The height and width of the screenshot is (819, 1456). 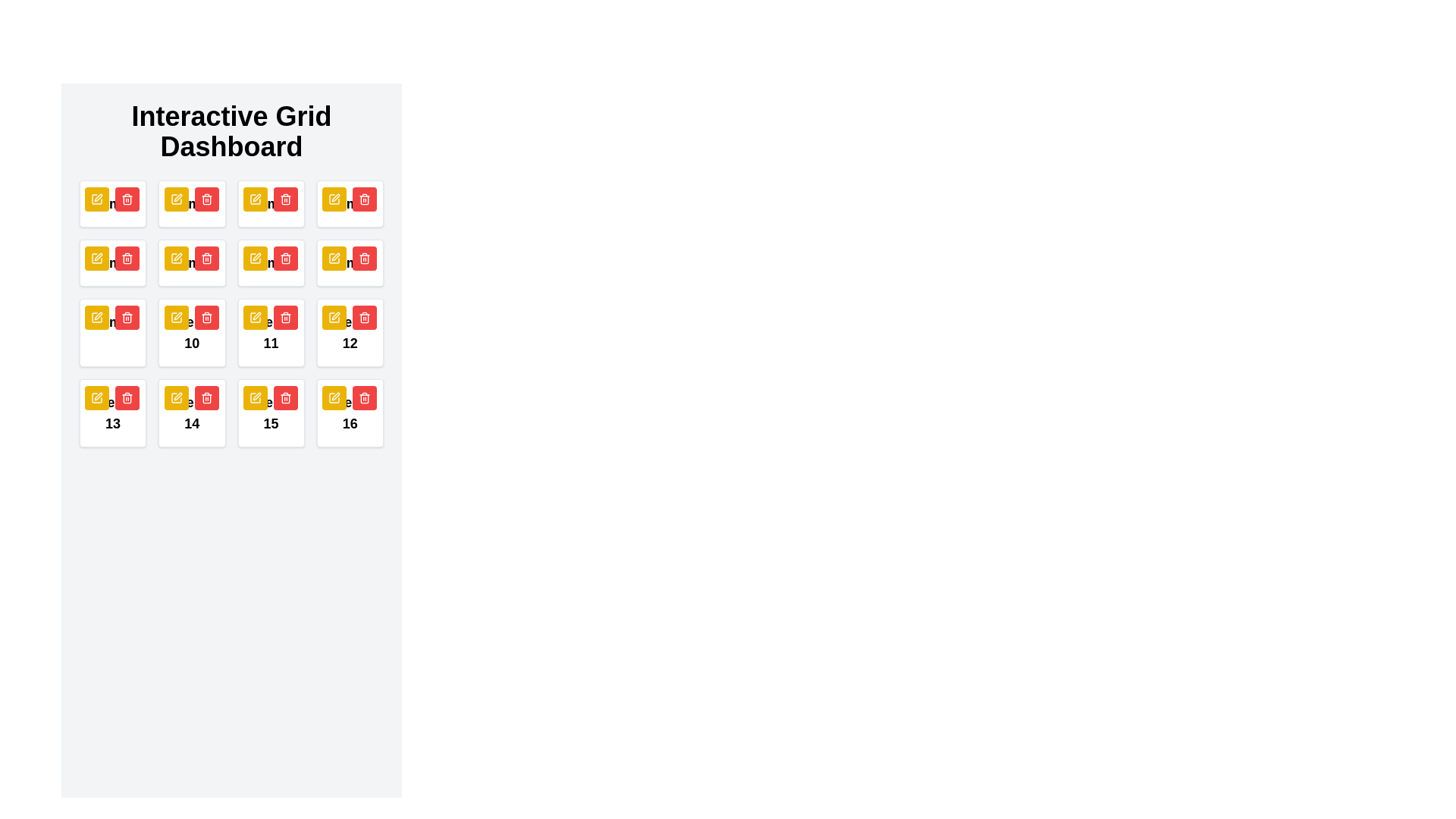 What do you see at coordinates (271, 332) in the screenshot?
I see `the text label displaying 'Item 11' in bold within the interactive grid layout, located in the third row and third column` at bounding box center [271, 332].